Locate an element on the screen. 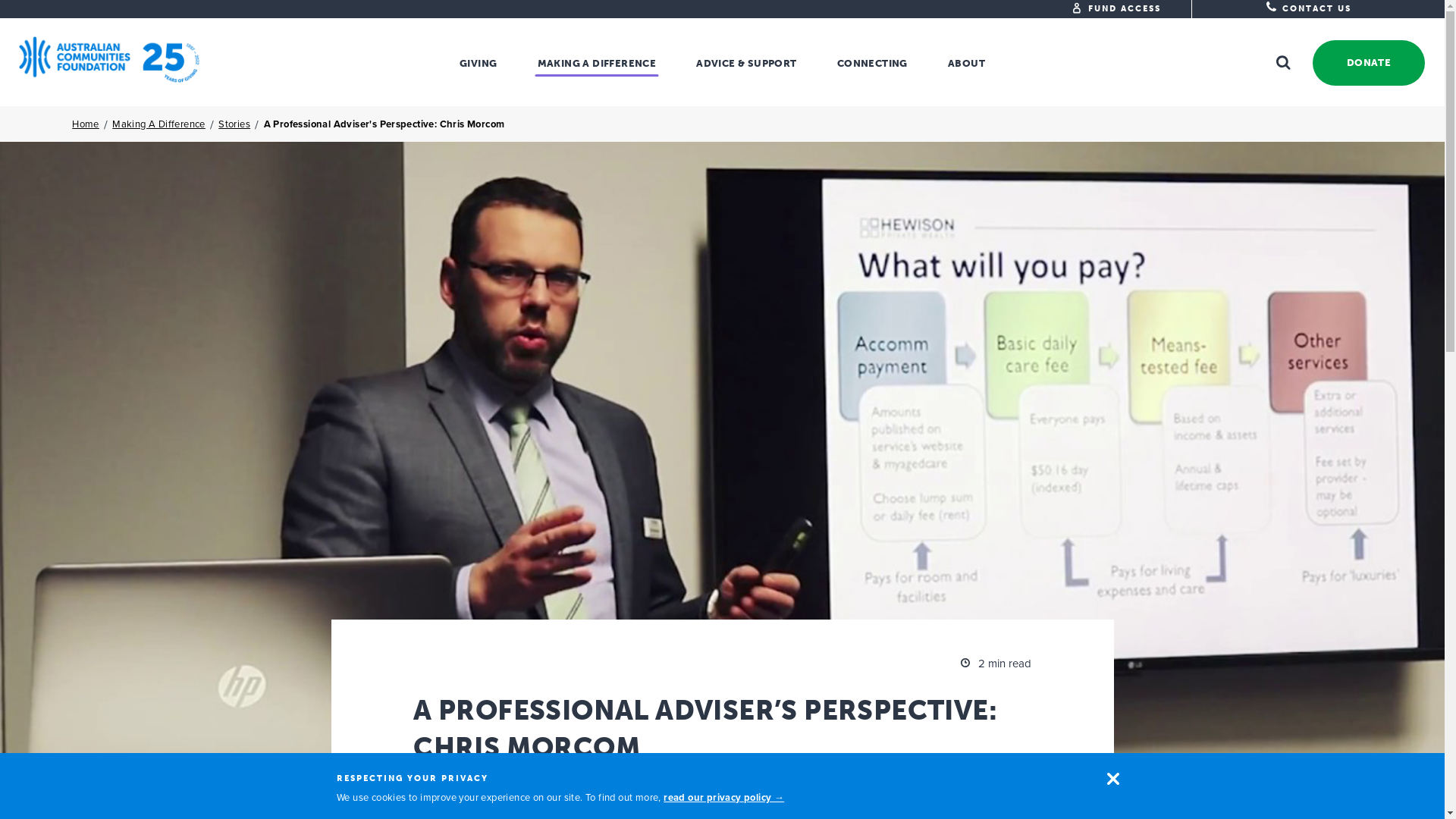 This screenshot has width=1456, height=819. 'CONTACT US' is located at coordinates (1307, 8).